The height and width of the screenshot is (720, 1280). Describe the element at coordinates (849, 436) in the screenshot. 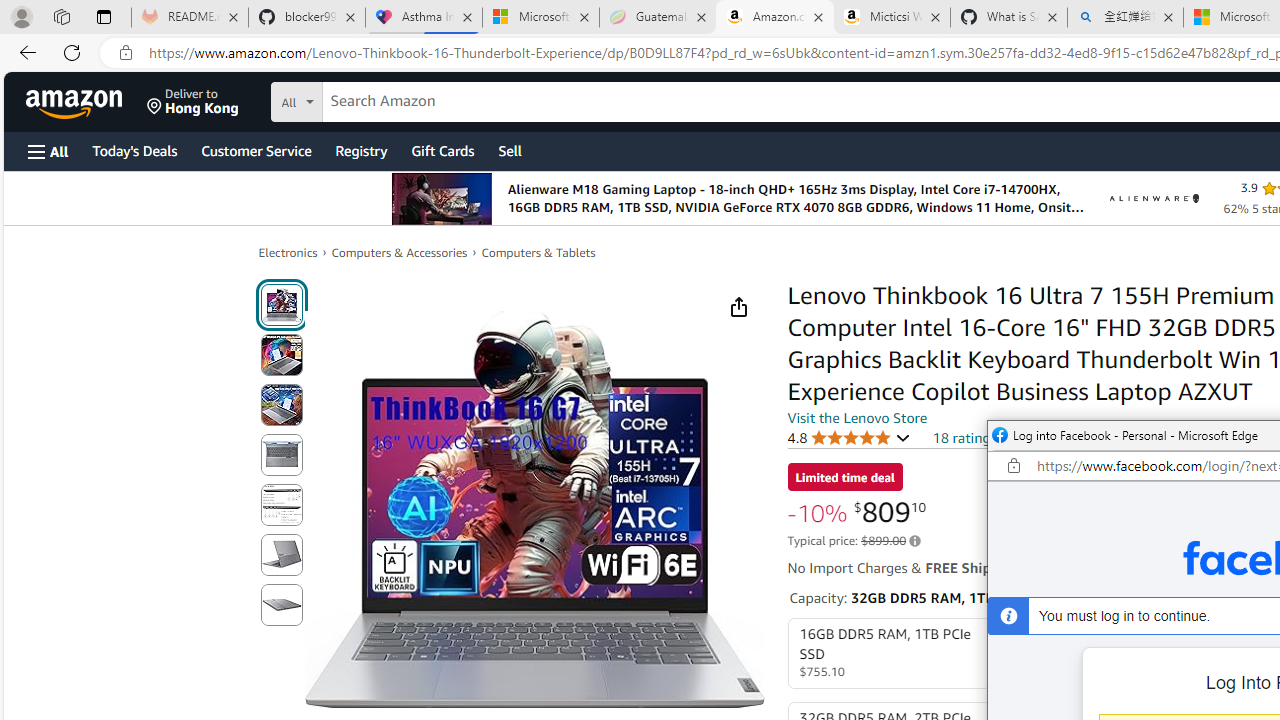

I see `'4.8 4.8 out of 5 stars'` at that location.